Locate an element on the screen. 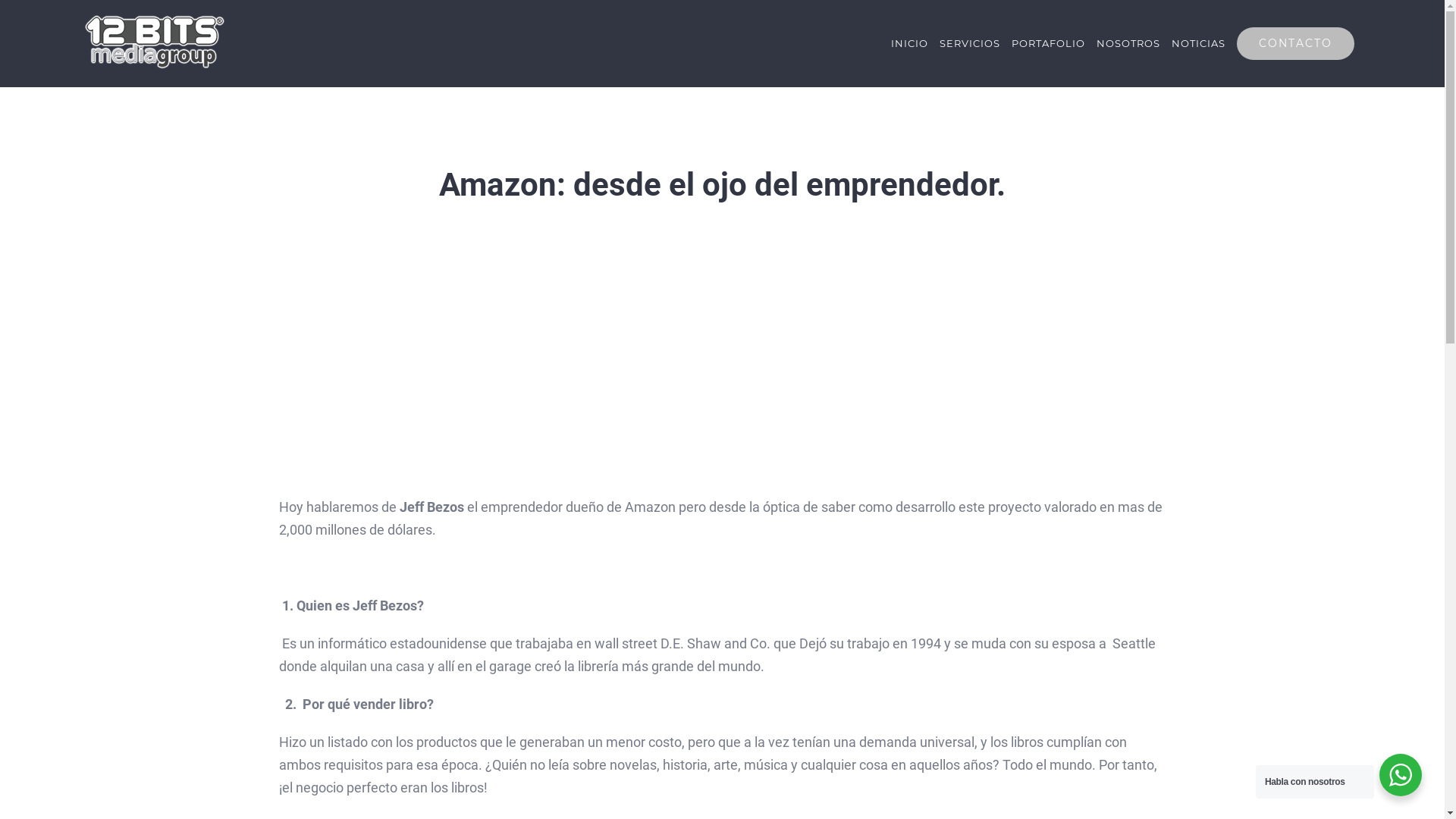 This screenshot has height=819, width=1456. 'NOTICIAS' is located at coordinates (1197, 42).